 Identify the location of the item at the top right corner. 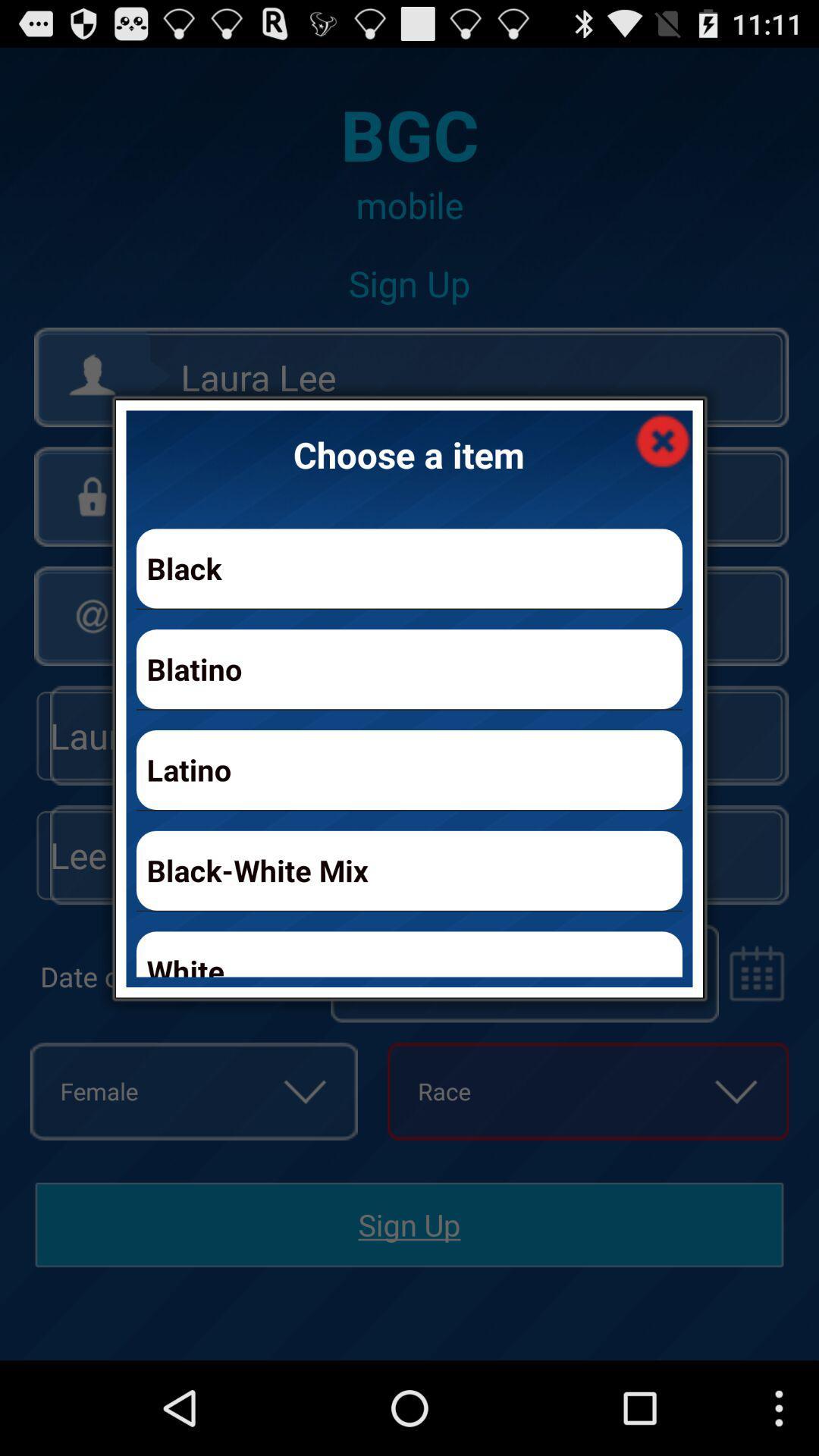
(662, 439).